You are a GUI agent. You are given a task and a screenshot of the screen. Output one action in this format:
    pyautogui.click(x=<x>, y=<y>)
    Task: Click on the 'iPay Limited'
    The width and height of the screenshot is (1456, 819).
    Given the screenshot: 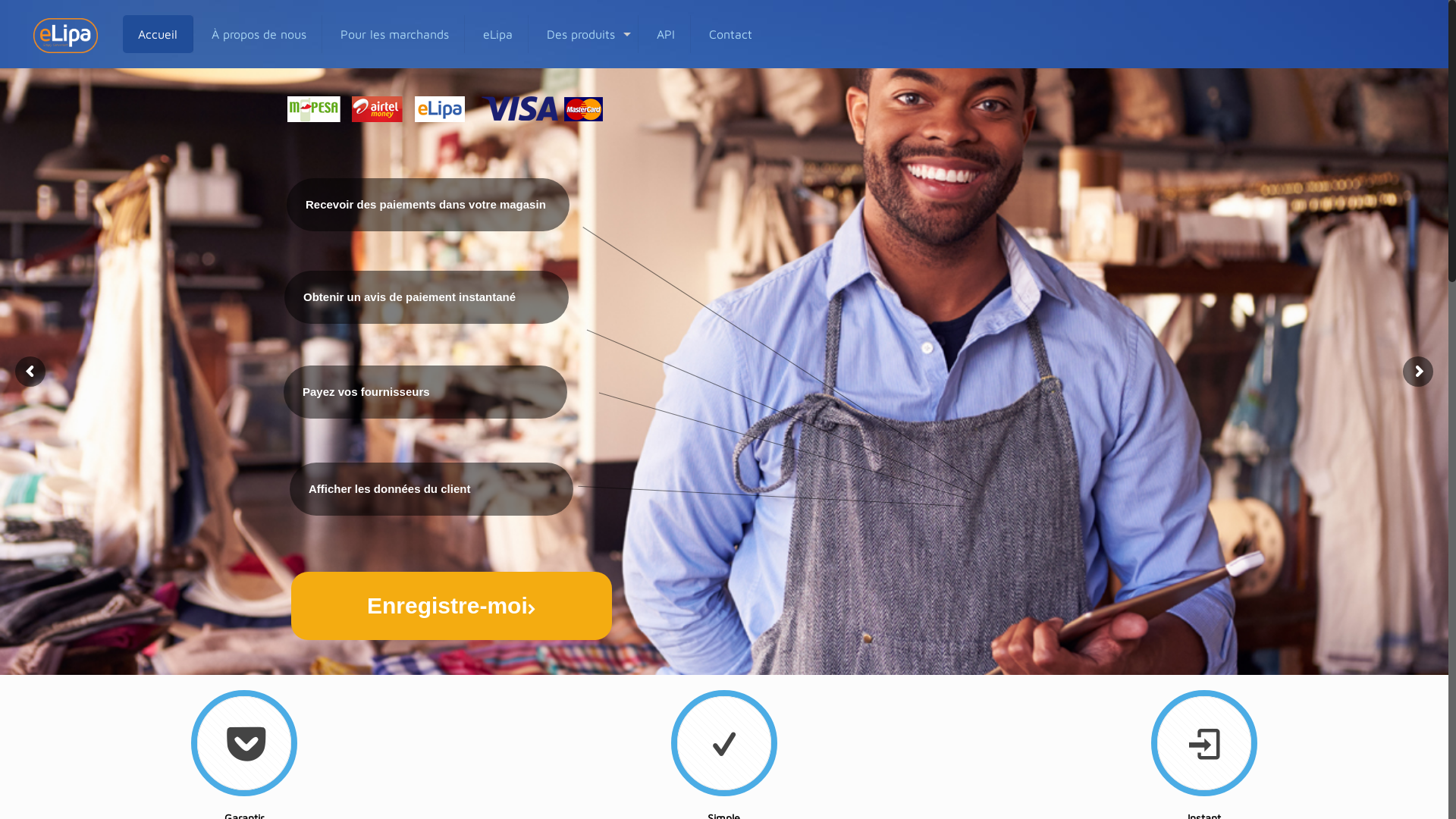 What is the action you would take?
    pyautogui.click(x=64, y=34)
    